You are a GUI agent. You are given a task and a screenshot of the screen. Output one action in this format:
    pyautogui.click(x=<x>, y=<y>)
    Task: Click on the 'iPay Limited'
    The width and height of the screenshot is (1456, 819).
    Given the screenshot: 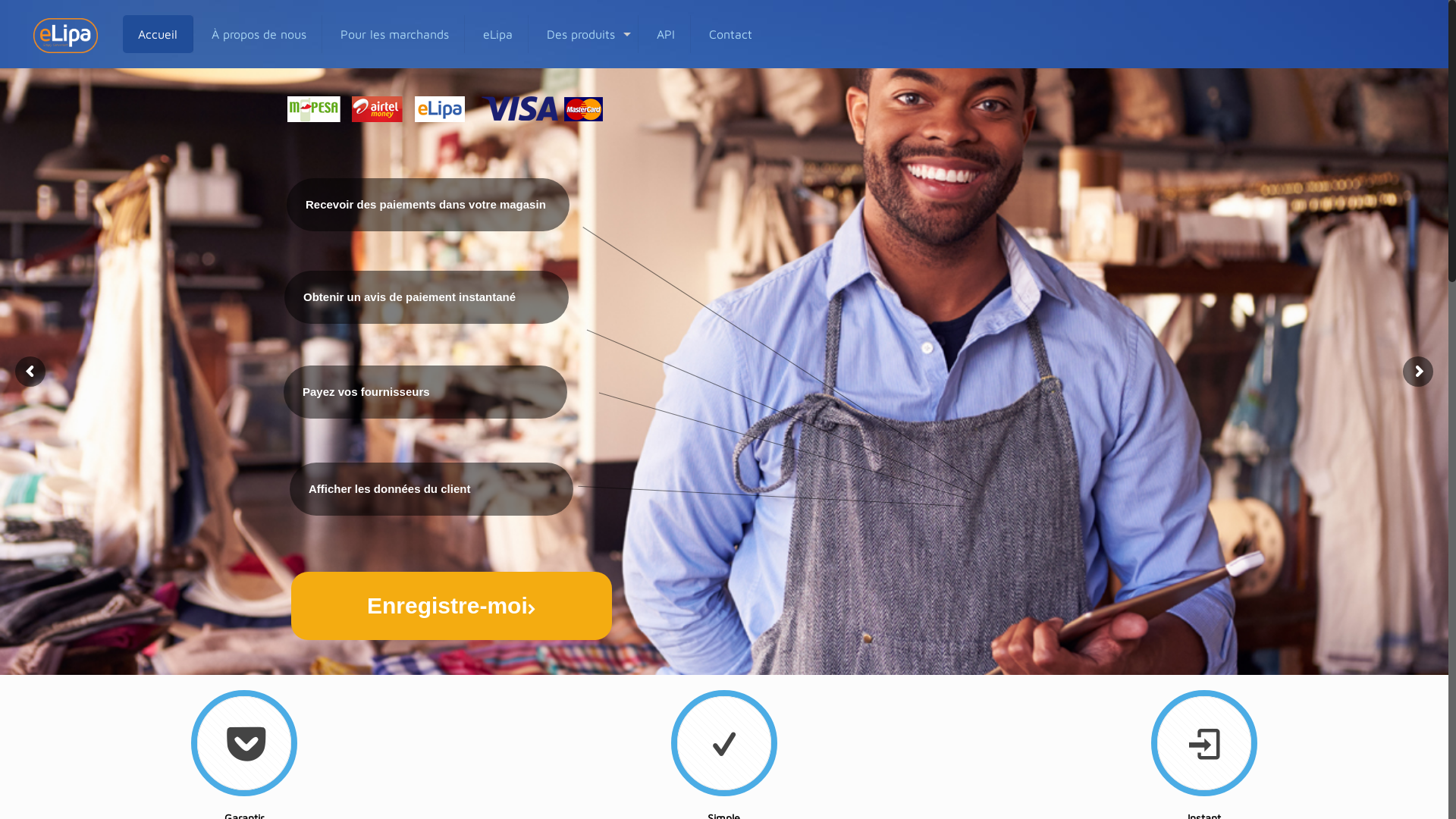 What is the action you would take?
    pyautogui.click(x=64, y=34)
    